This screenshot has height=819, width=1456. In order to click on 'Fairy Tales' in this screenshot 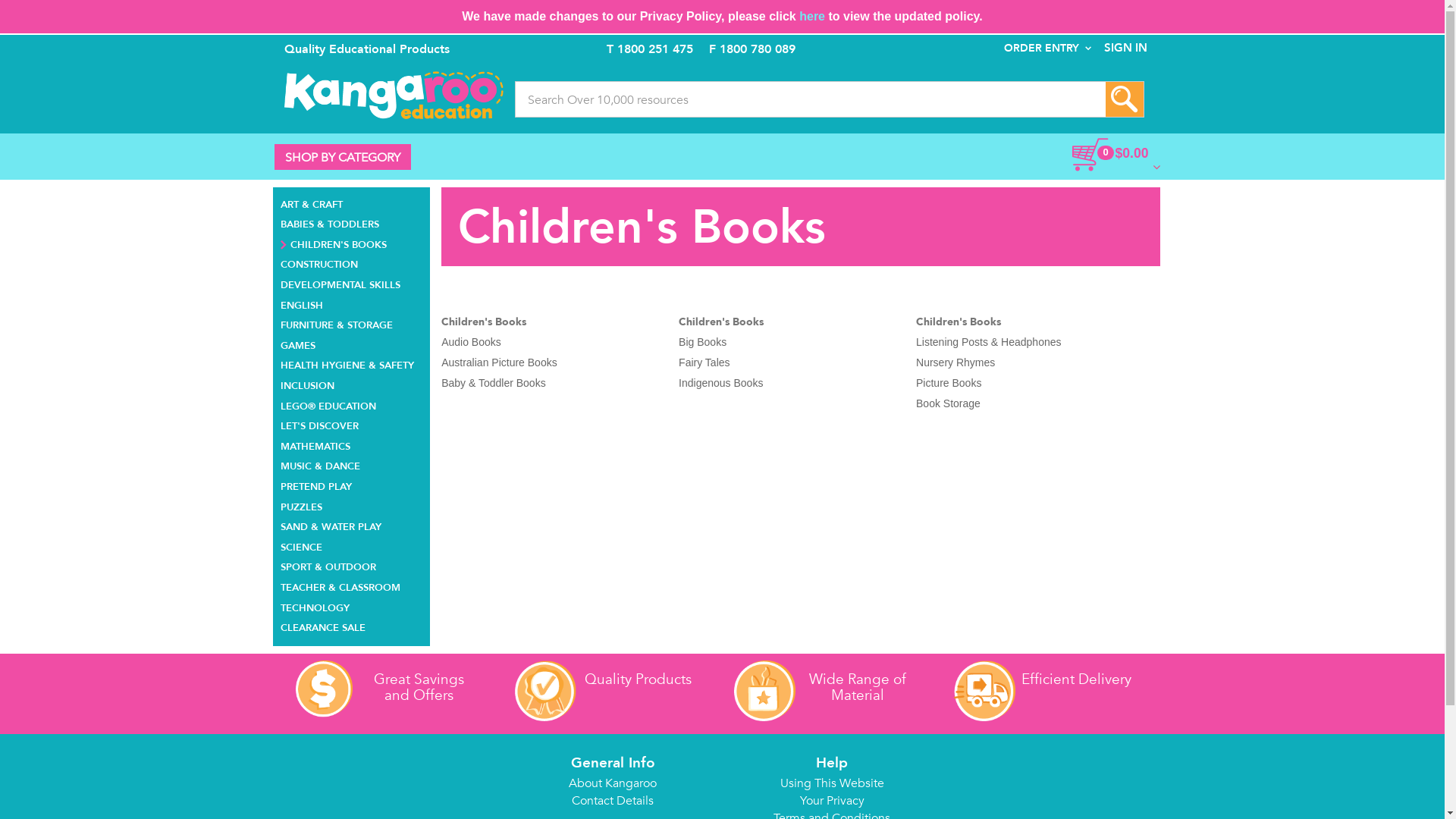, I will do `click(703, 362)`.